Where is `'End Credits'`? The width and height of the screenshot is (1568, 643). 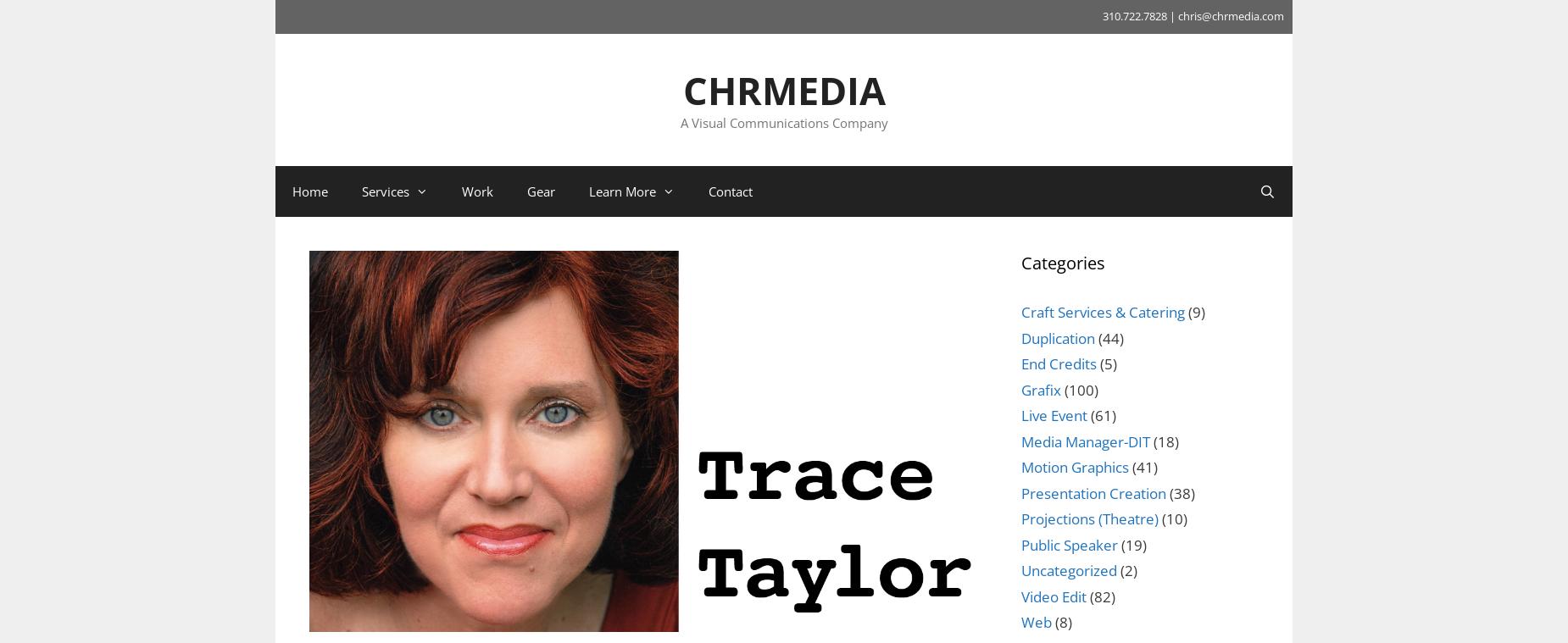
'End Credits' is located at coordinates (1058, 363).